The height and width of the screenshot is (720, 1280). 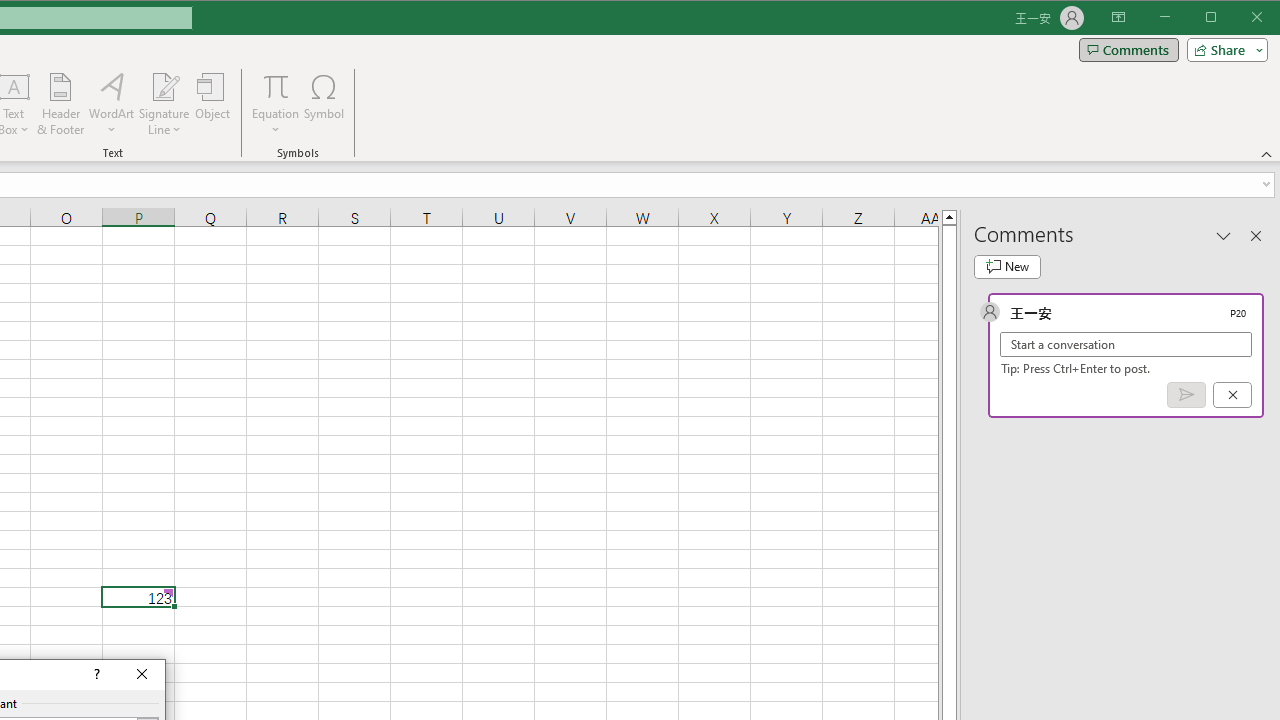 What do you see at coordinates (1126, 343) in the screenshot?
I see `'Start a conversation'` at bounding box center [1126, 343].